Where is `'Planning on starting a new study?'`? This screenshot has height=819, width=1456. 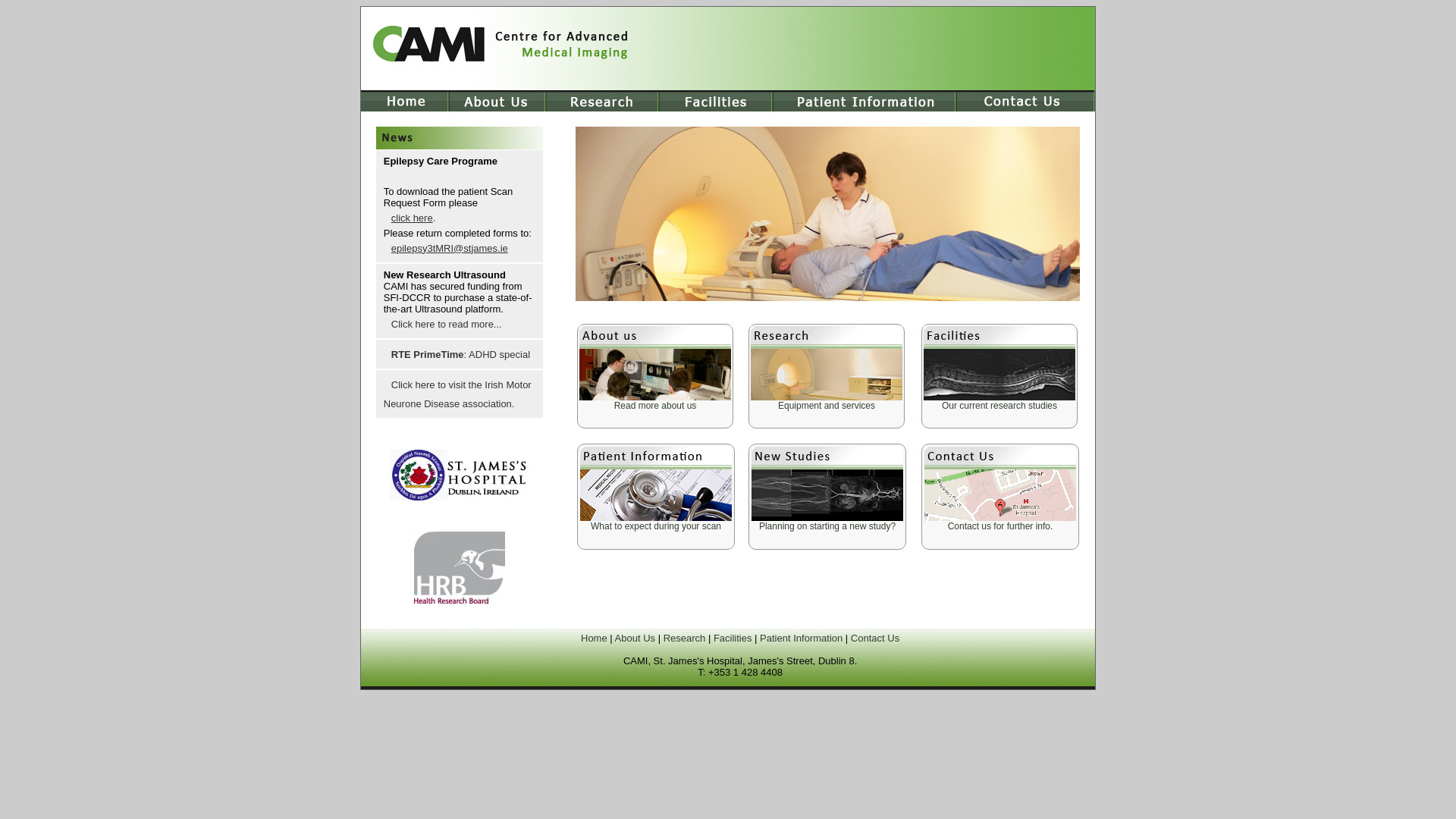
'Planning on starting a new study?' is located at coordinates (826, 526).